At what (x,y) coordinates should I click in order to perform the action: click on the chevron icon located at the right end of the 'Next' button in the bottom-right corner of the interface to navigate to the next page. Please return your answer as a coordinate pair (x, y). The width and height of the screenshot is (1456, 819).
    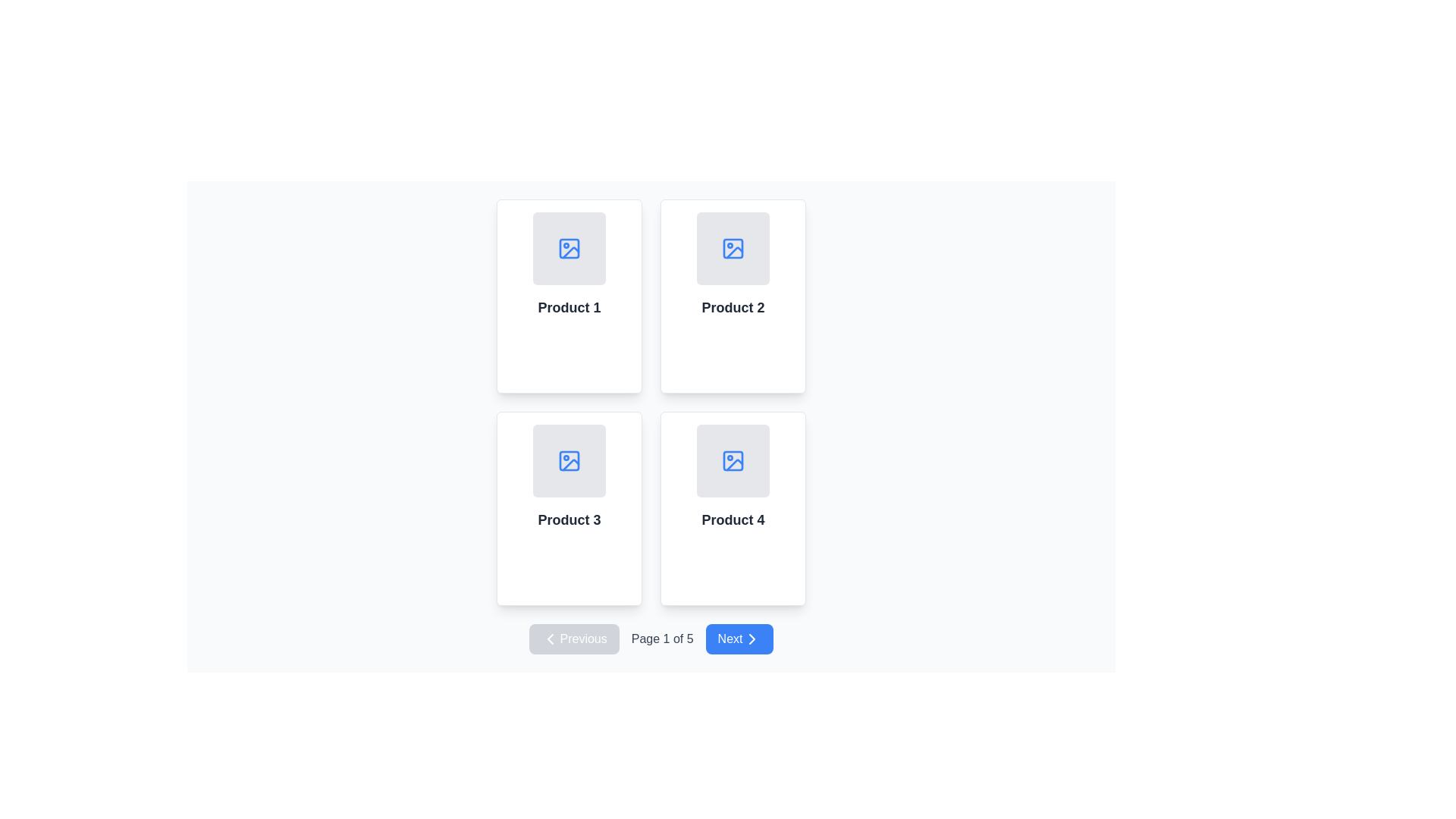
    Looking at the image, I should click on (752, 639).